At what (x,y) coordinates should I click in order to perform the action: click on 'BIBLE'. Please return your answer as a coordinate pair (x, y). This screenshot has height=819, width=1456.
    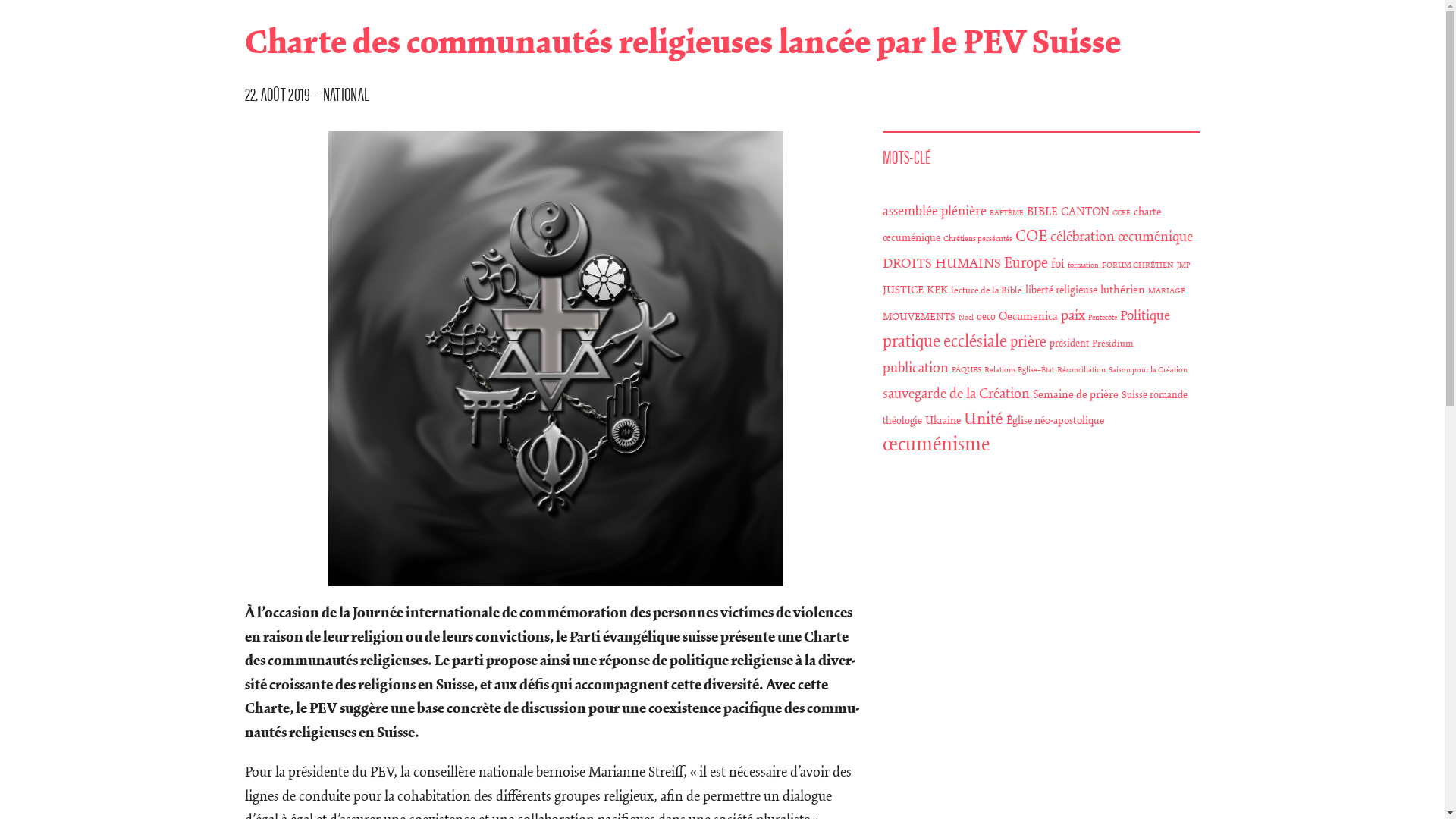
    Looking at the image, I should click on (1041, 212).